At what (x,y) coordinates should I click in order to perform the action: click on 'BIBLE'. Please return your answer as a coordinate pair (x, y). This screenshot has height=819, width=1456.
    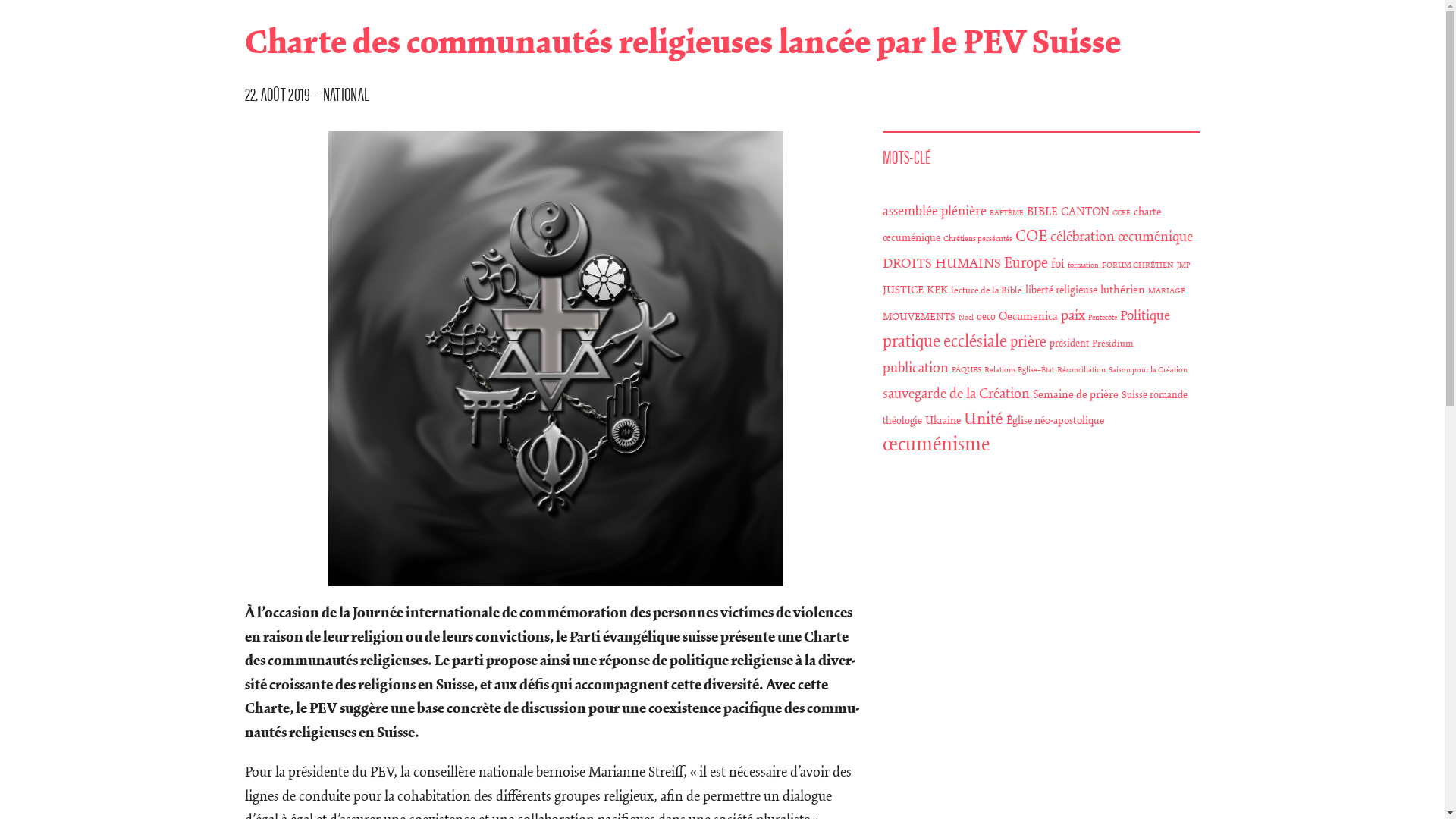
    Looking at the image, I should click on (1041, 212).